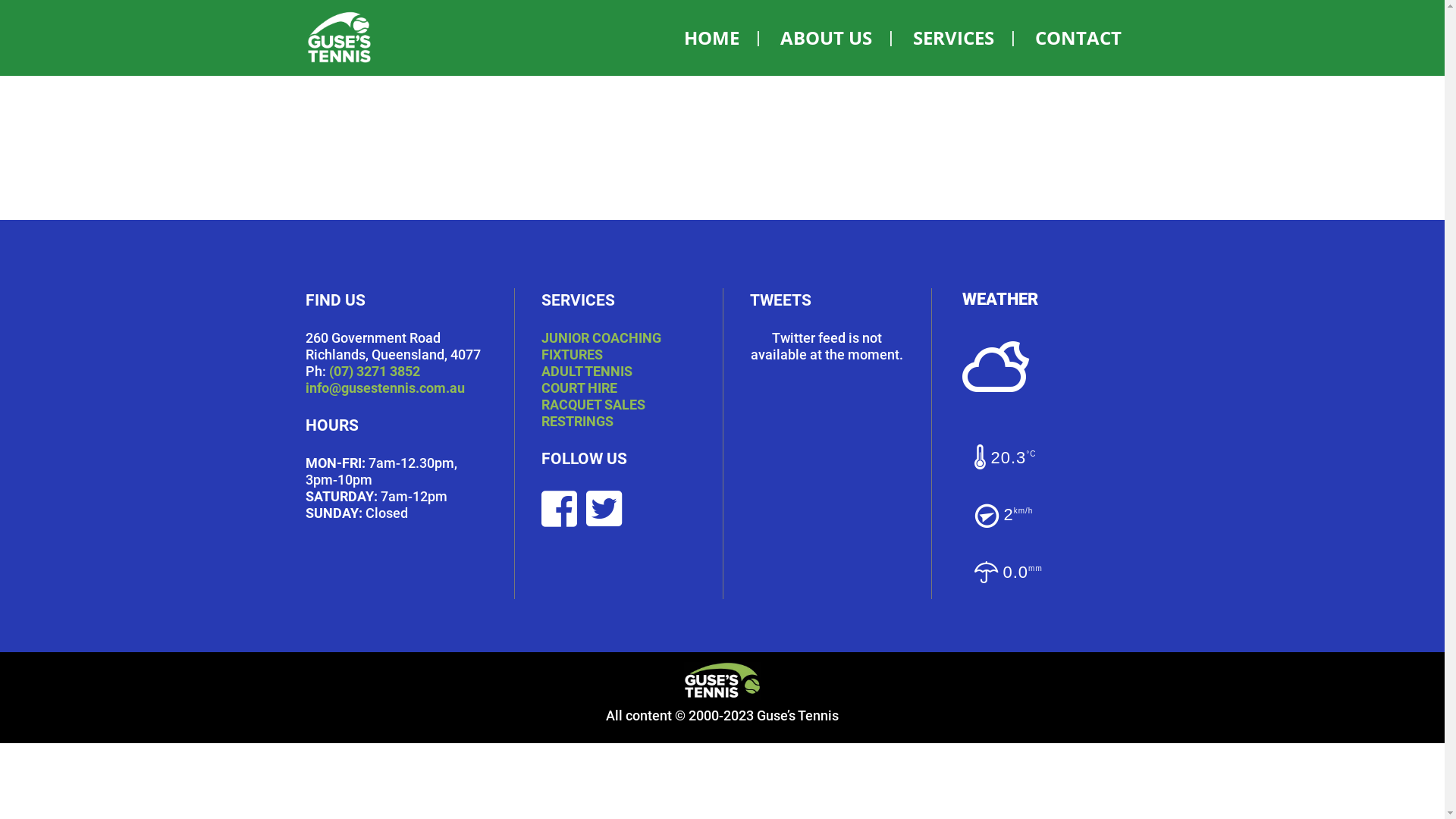 The height and width of the screenshot is (819, 1456). Describe the element at coordinates (375, 371) in the screenshot. I see `'(07) 3271 3852'` at that location.